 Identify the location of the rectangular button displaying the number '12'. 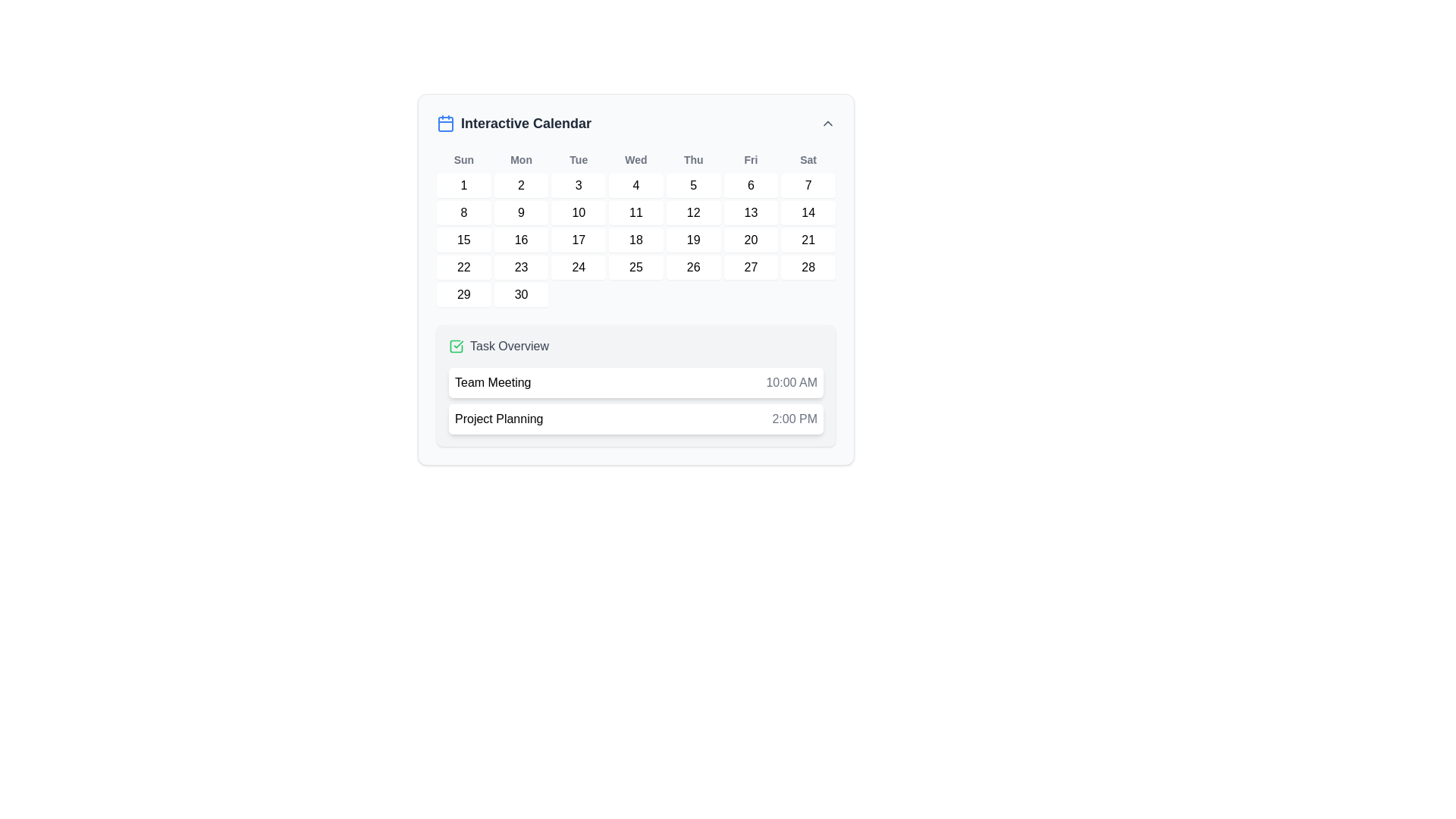
(692, 213).